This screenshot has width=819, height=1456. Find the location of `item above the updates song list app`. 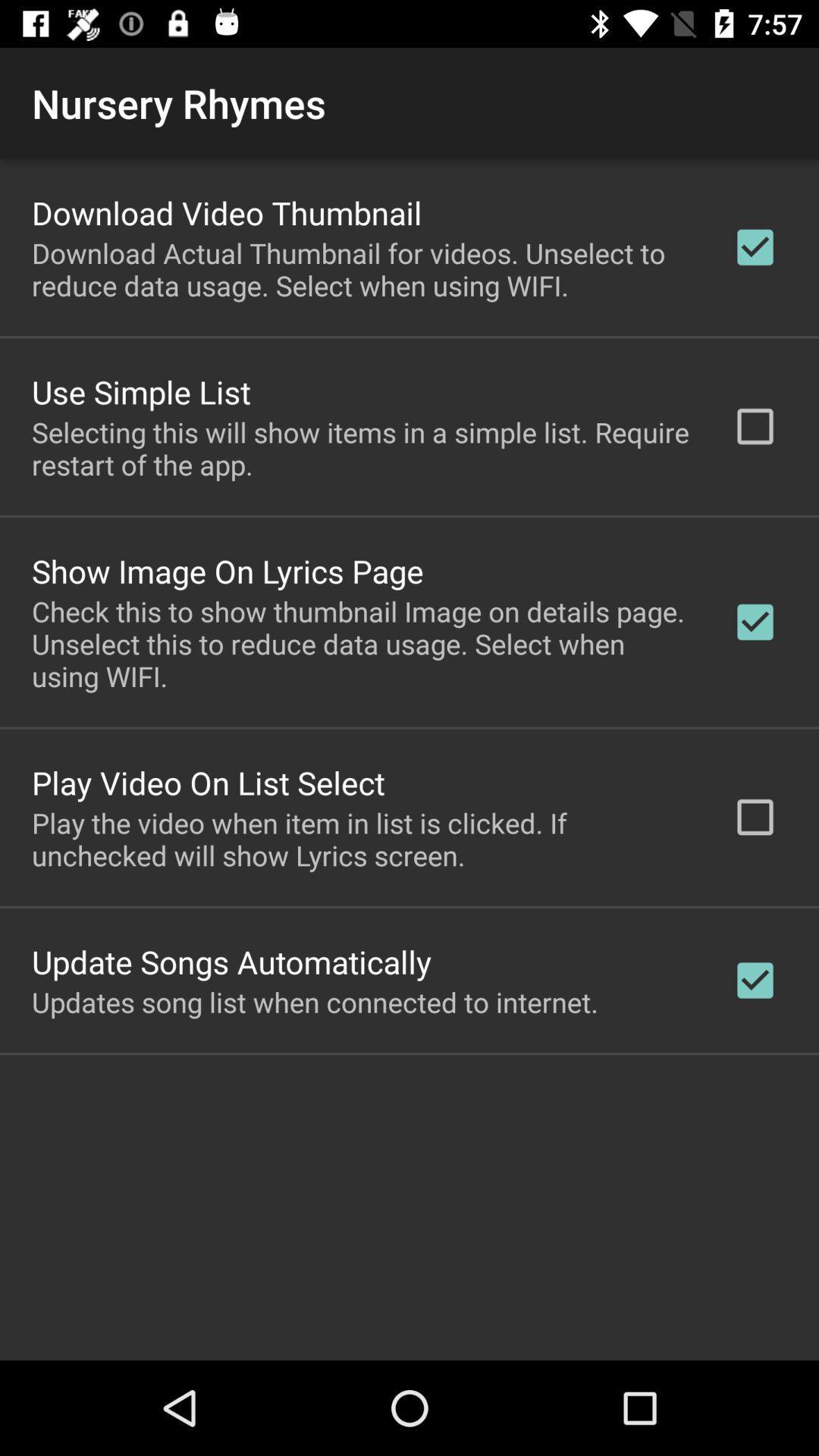

item above the updates song list app is located at coordinates (231, 961).